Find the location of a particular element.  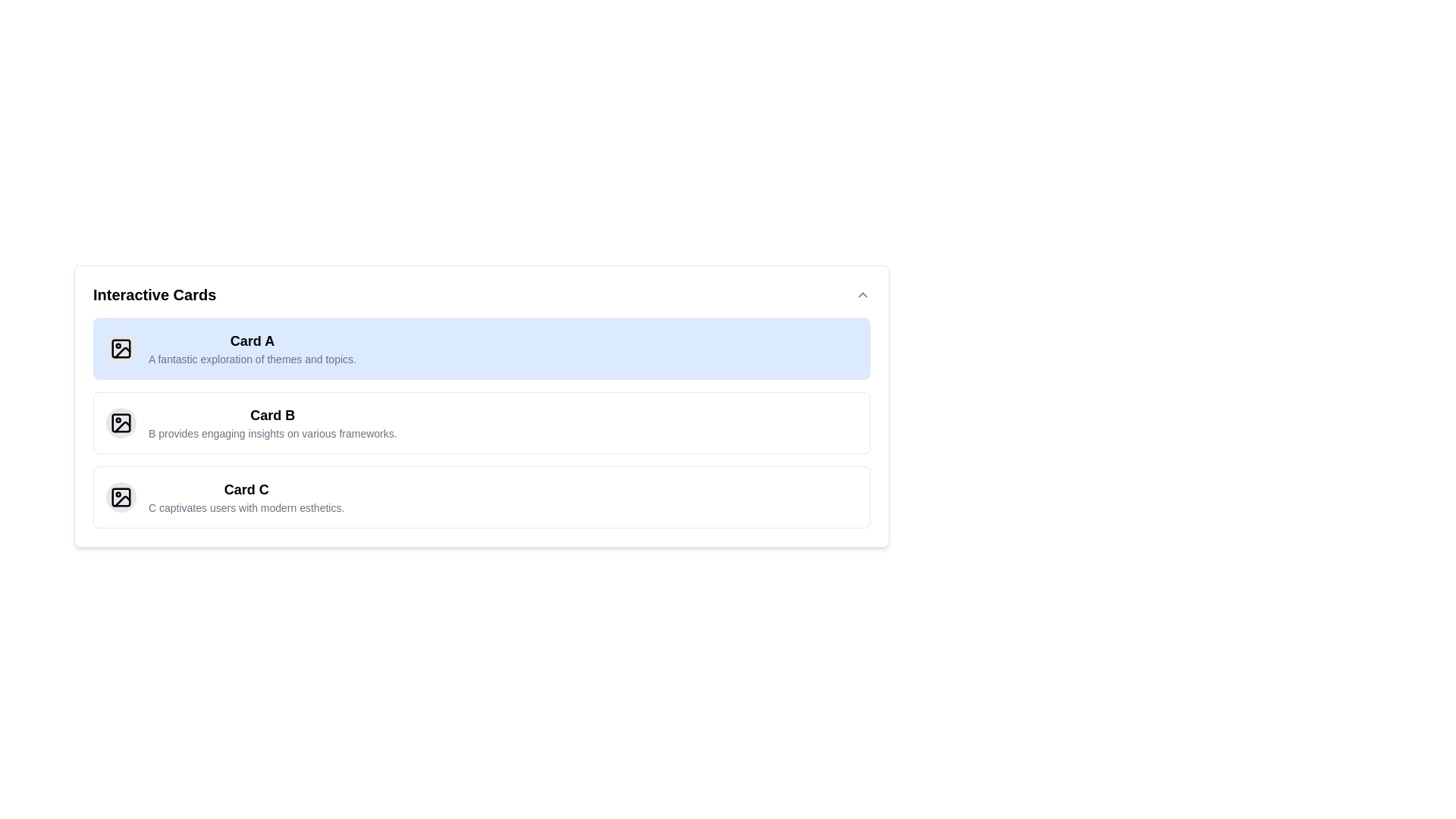

the 'Card C' element is located at coordinates (481, 497).